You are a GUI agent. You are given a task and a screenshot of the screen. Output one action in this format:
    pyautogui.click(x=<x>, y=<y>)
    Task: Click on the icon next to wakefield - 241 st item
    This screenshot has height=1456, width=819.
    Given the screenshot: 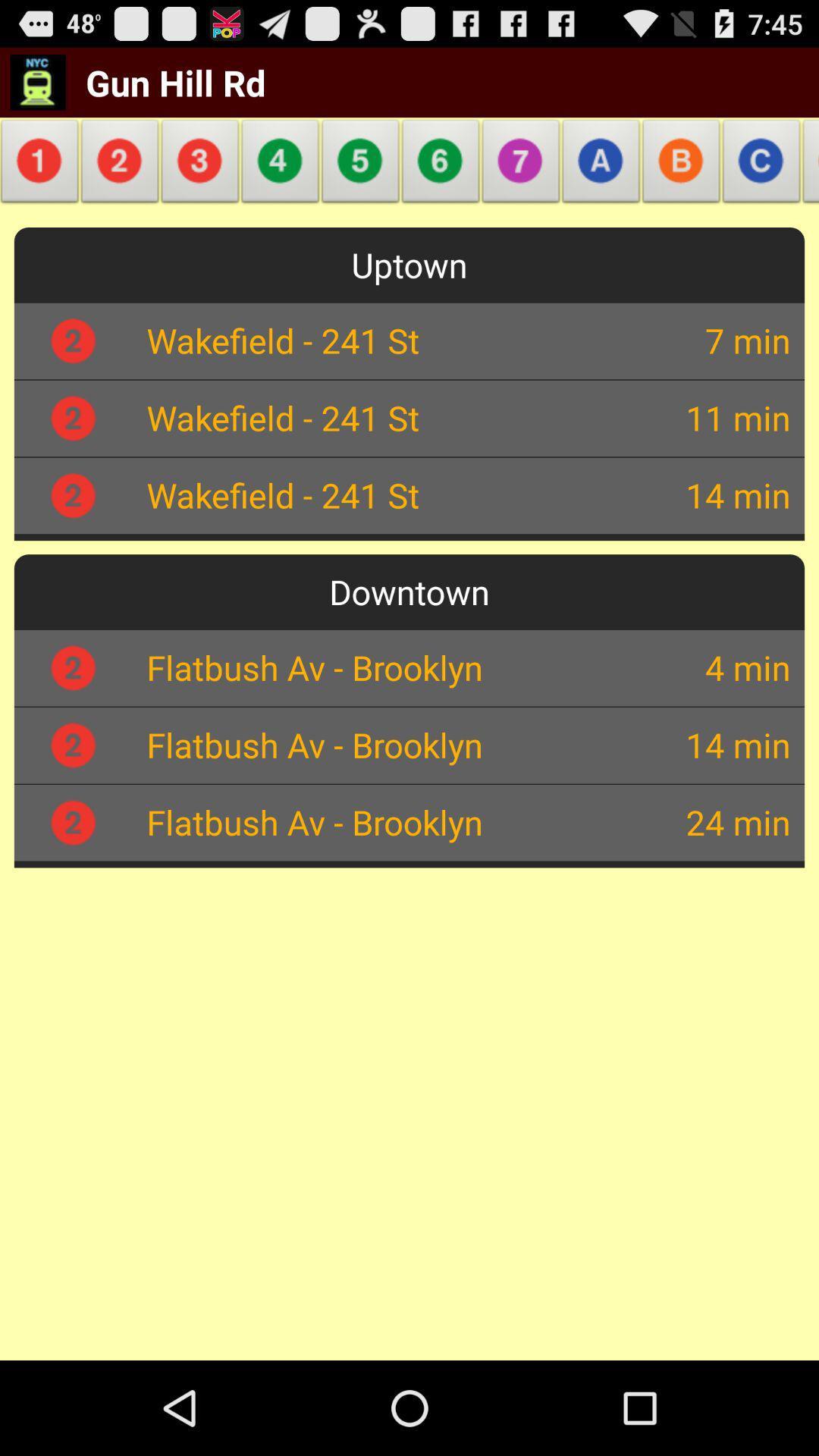 What is the action you would take?
    pyautogui.click(x=686, y=339)
    